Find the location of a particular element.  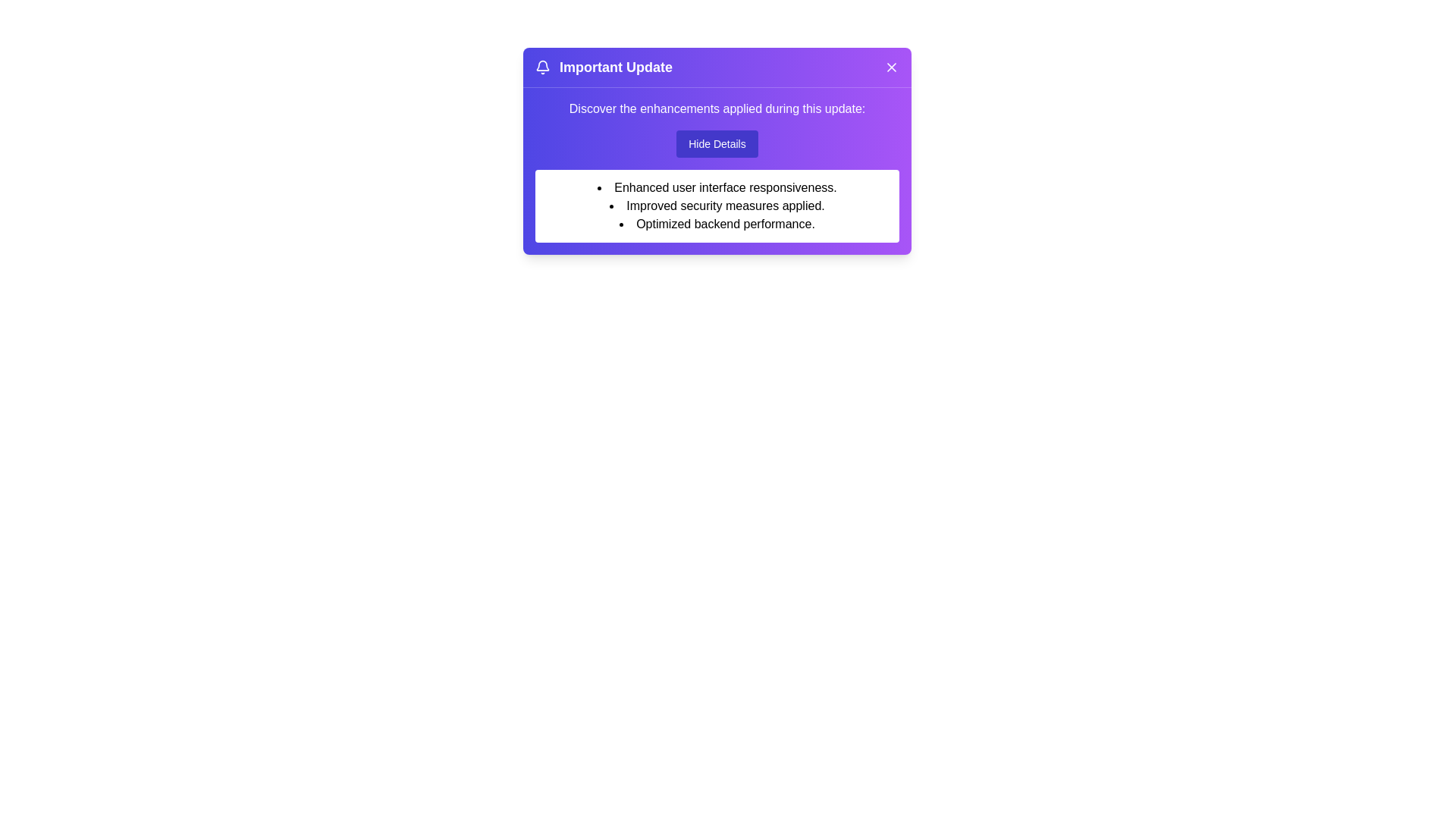

close button to dismiss the alert is located at coordinates (892, 66).